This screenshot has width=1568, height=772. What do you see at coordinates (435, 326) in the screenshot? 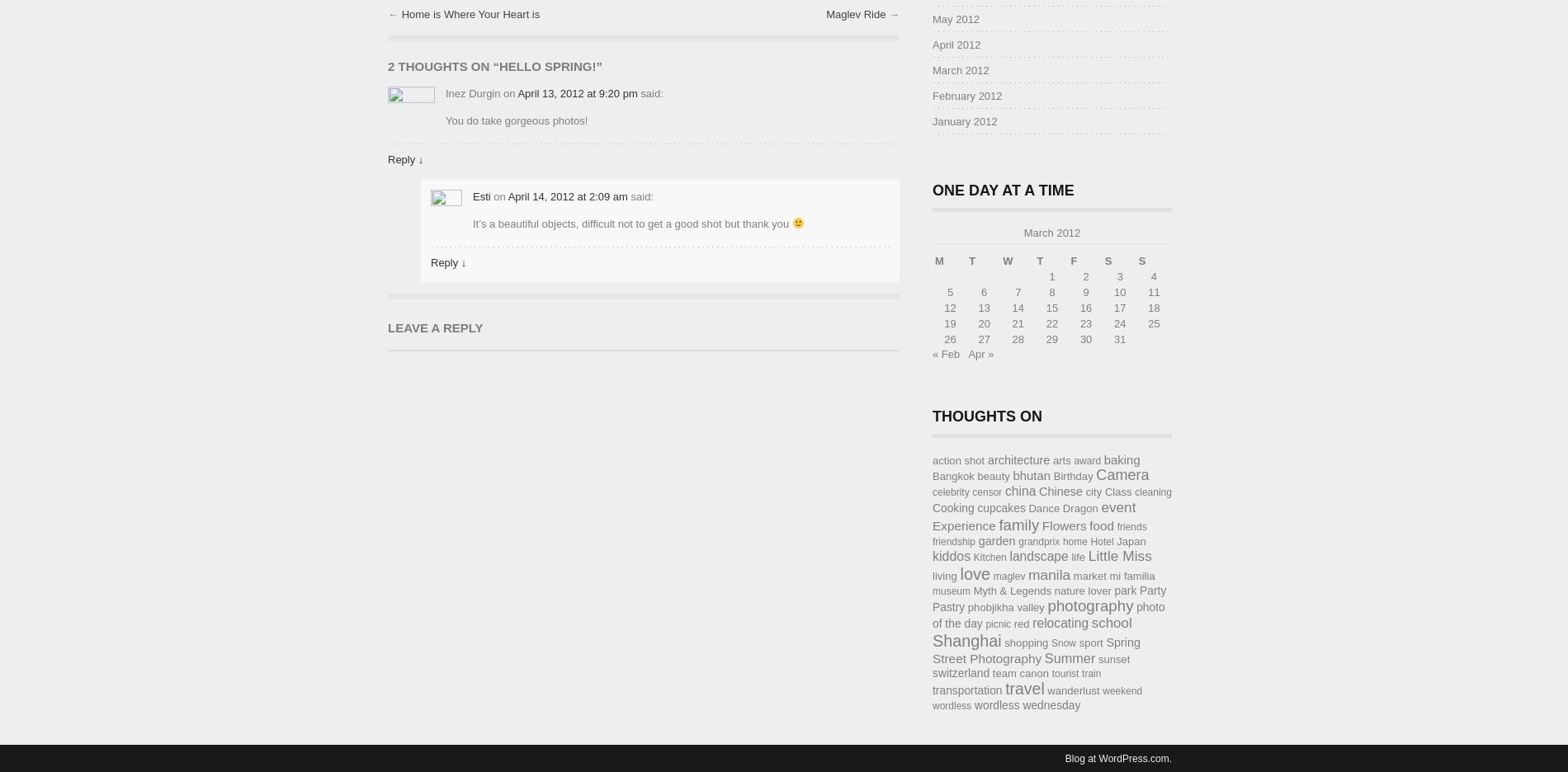
I see `'Leave a Reply'` at bounding box center [435, 326].